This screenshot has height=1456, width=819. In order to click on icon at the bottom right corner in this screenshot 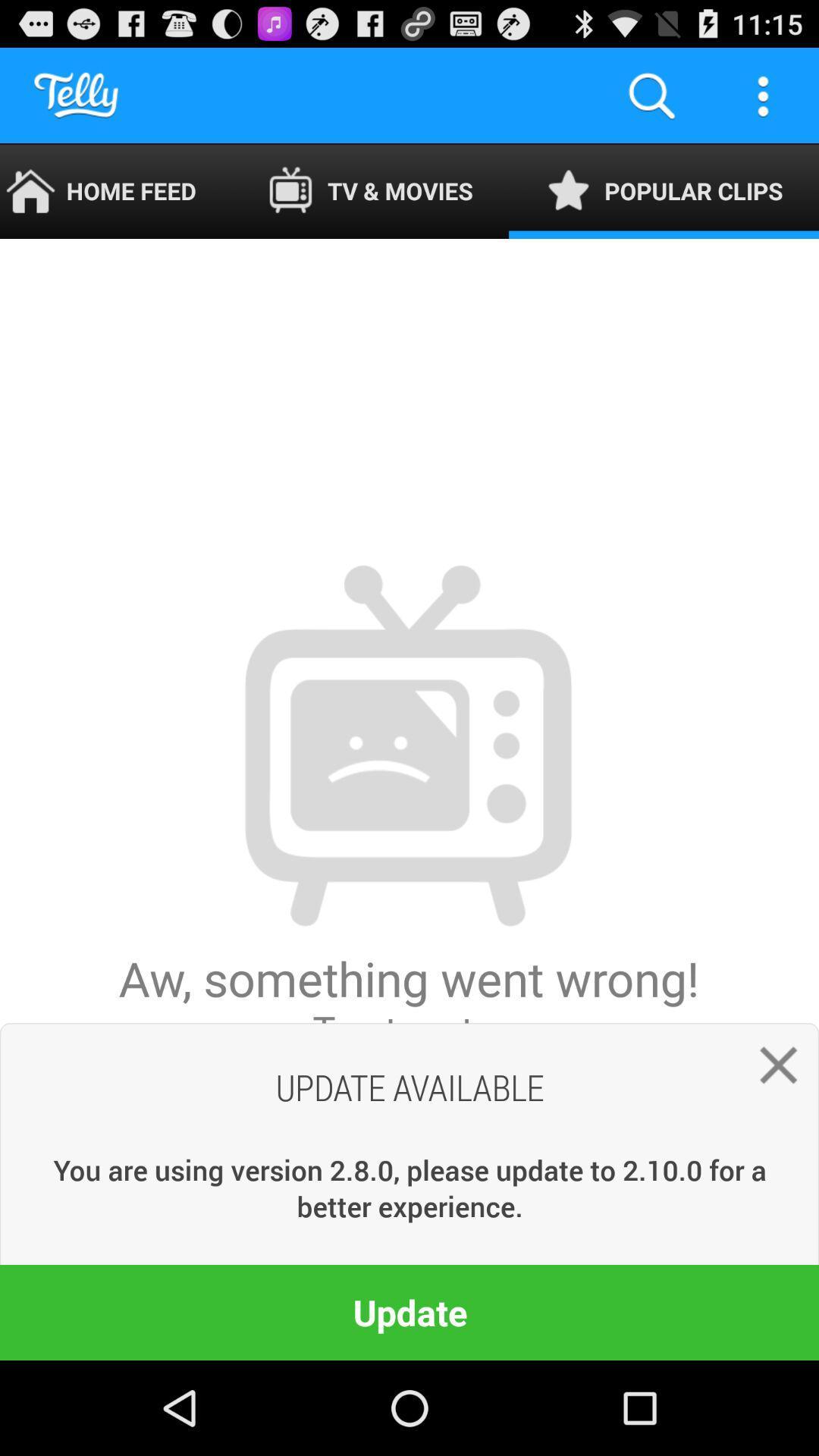, I will do `click(771, 1070)`.